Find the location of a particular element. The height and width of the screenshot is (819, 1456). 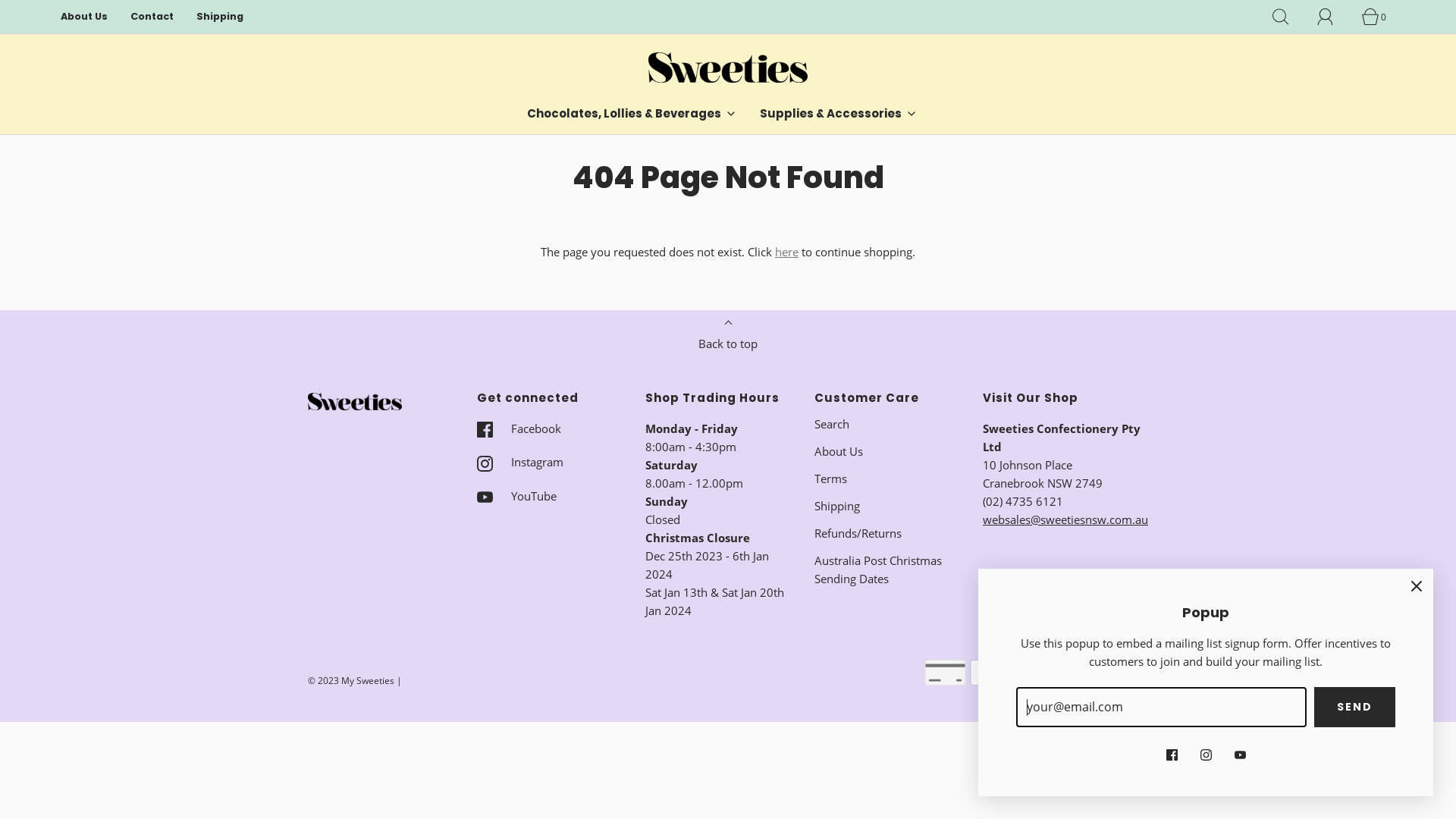

'Back to top' is located at coordinates (686, 338).